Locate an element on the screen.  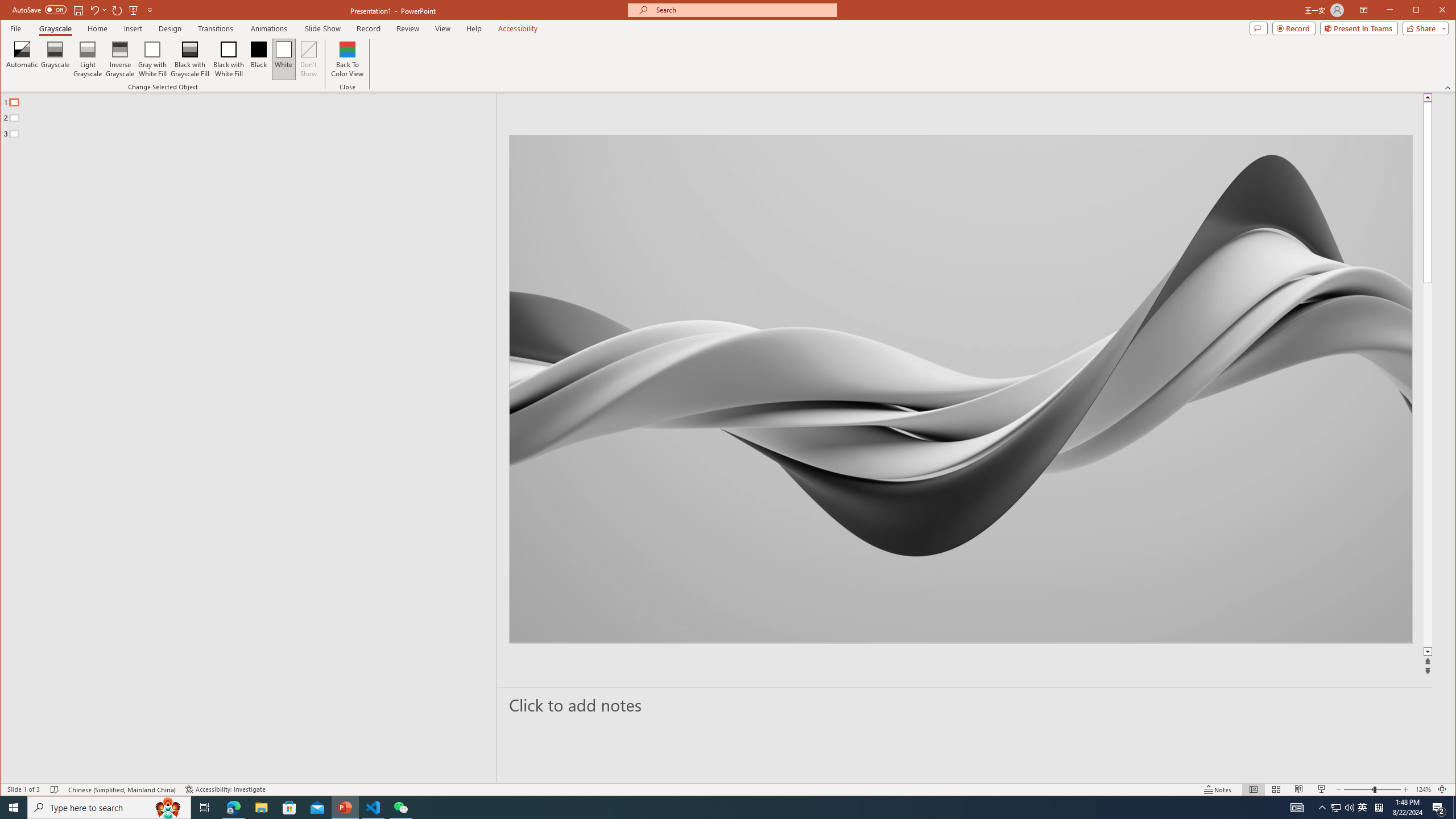
'Spell Check No Errors' is located at coordinates (55, 789).